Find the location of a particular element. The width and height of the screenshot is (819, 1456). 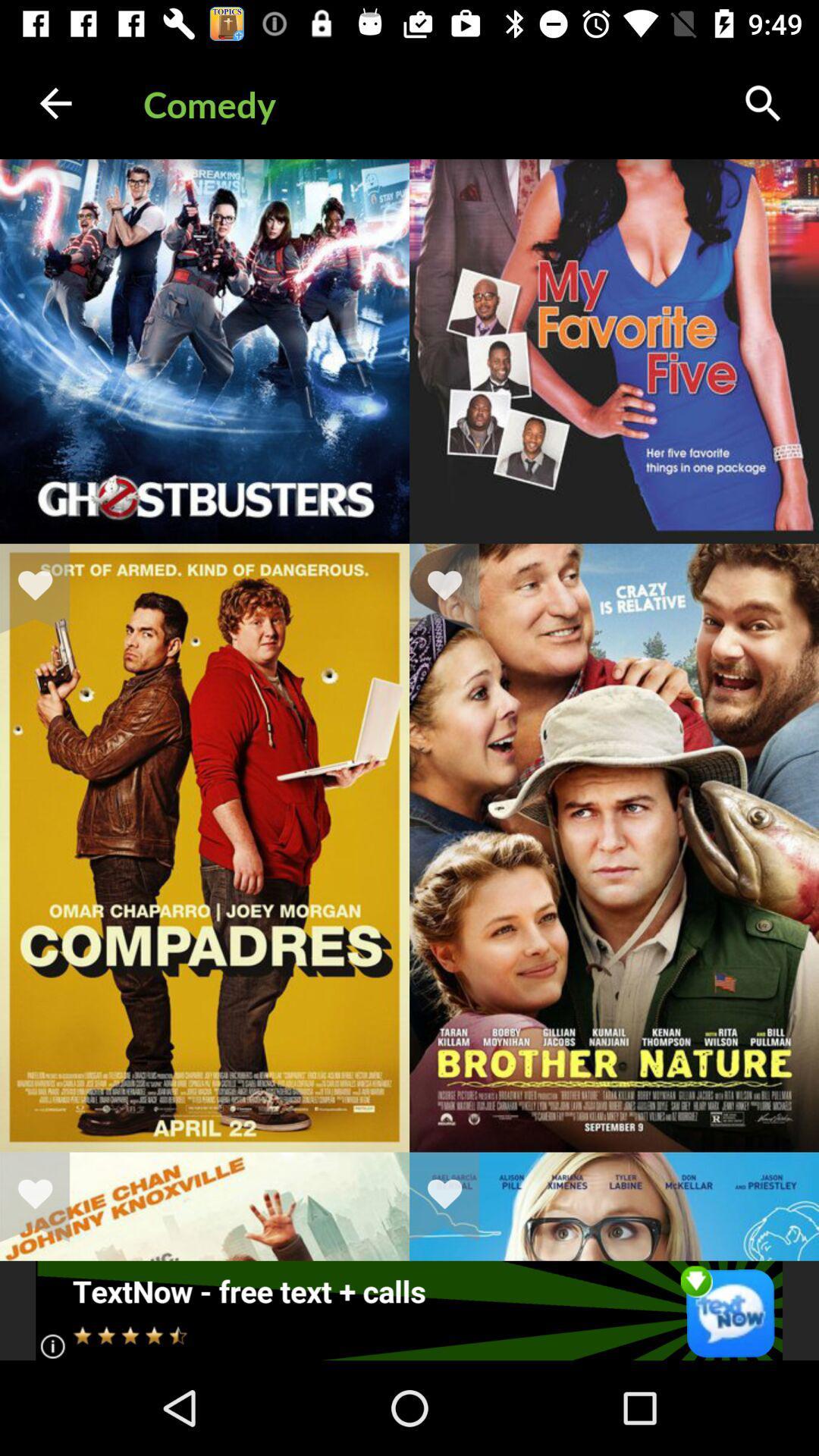

advertisement is located at coordinates (408, 1310).